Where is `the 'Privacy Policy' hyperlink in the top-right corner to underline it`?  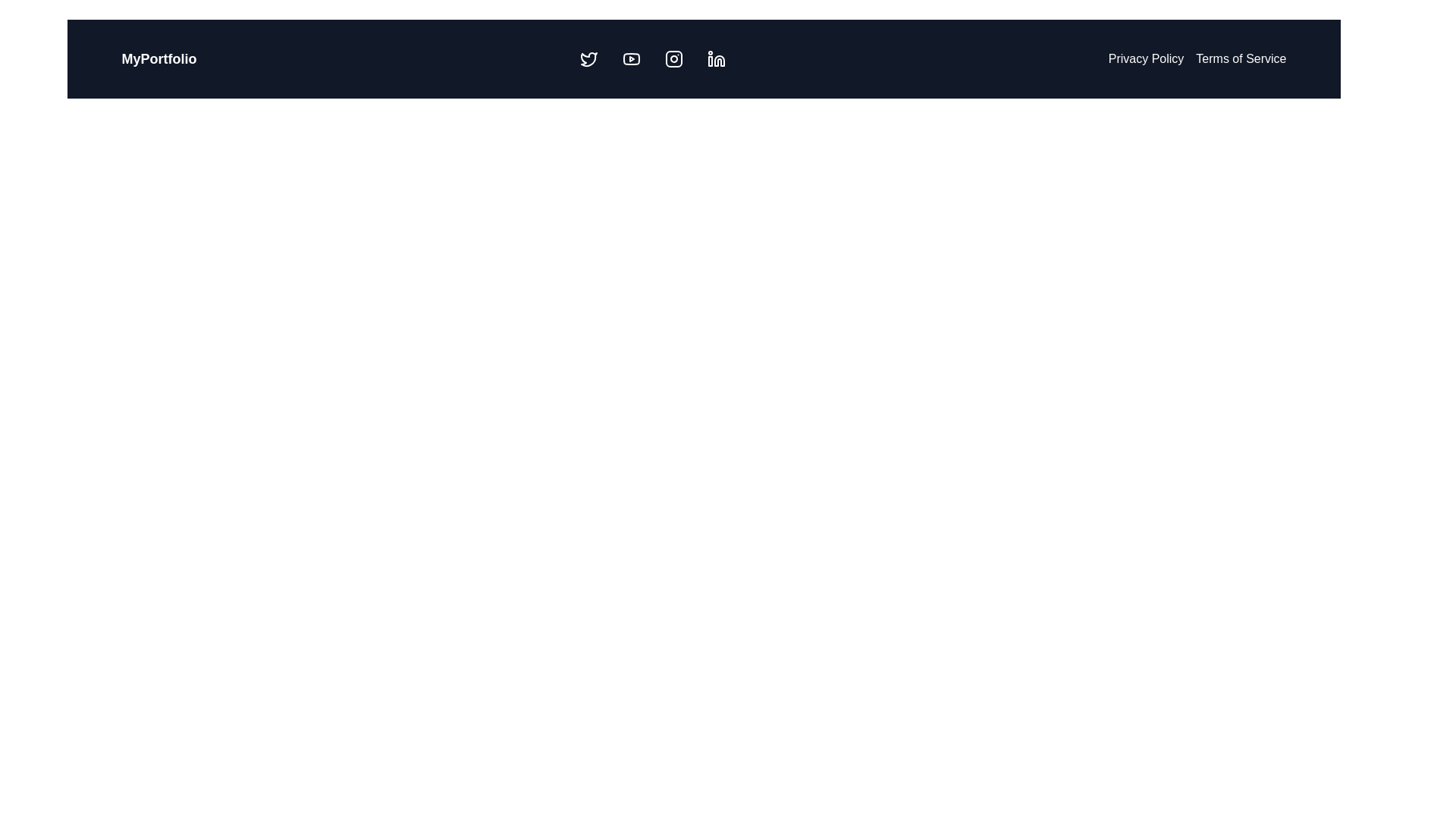 the 'Privacy Policy' hyperlink in the top-right corner to underline it is located at coordinates (1146, 58).